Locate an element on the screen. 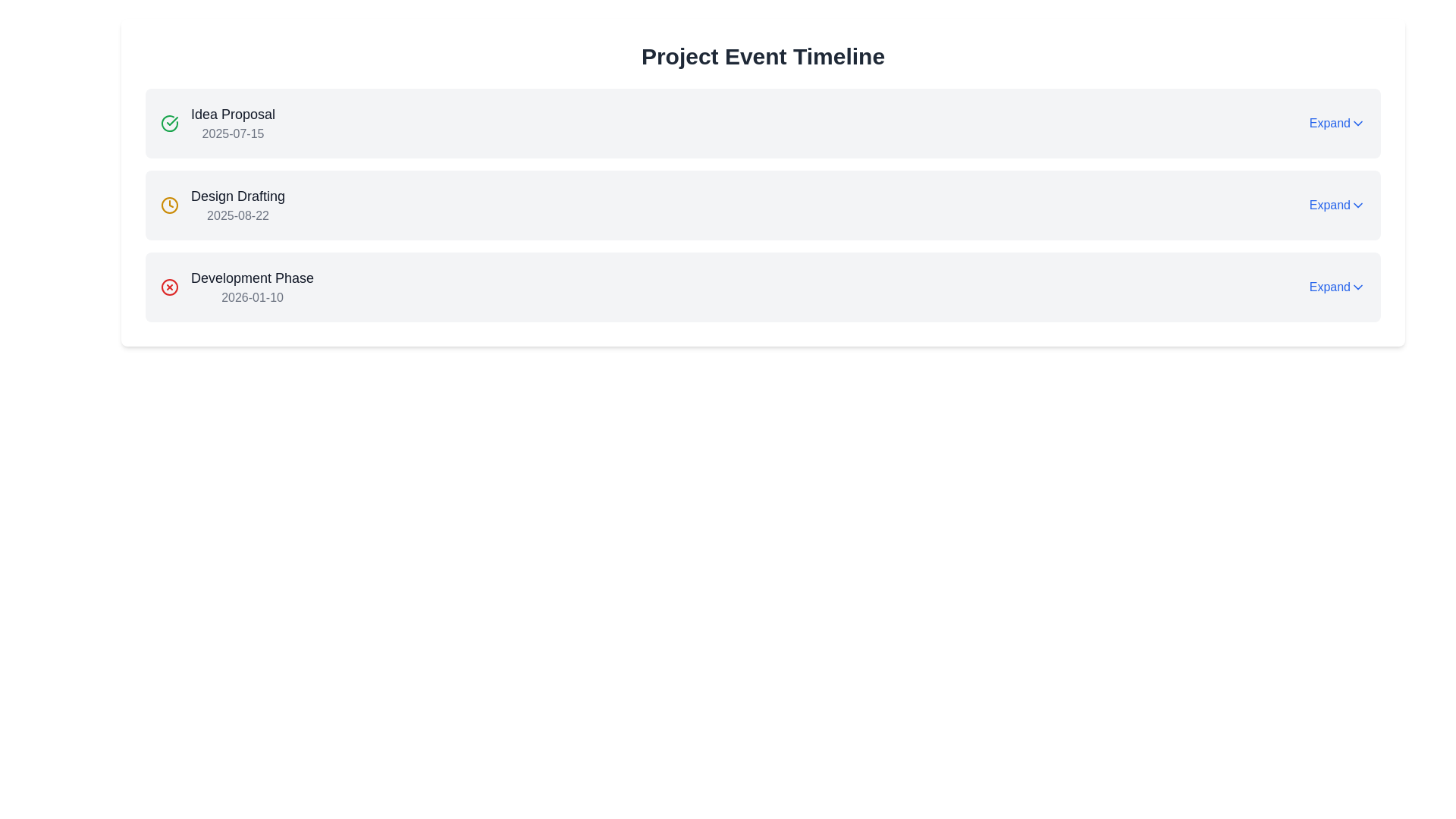 The image size is (1456, 819). the graphical indicator icon that represents an error or cancellation related to the 'Development Phase', positioned next to the text 'Development Phase 2026-01-10' in the third row of a vertically stacked list is located at coordinates (170, 287).